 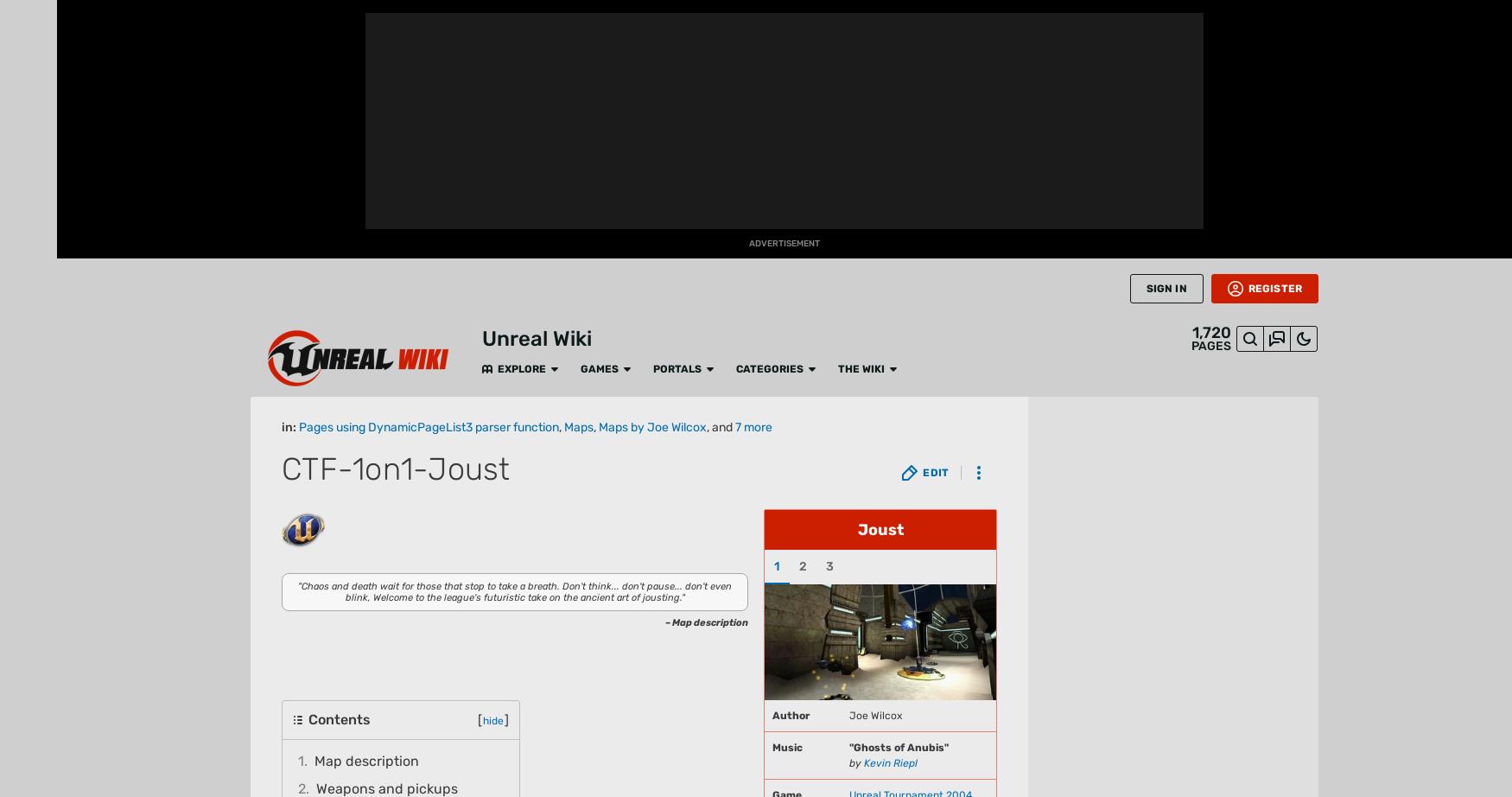 What do you see at coordinates (313, 98) in the screenshot?
I see `'There are only 2 spawn points per team.  If you have more players than that on your team, you can stand on the enemy spawn points, preventing them from spawning.  Your team is then free to score as many points as possible before an admin bans you for exploiting.'` at bounding box center [313, 98].